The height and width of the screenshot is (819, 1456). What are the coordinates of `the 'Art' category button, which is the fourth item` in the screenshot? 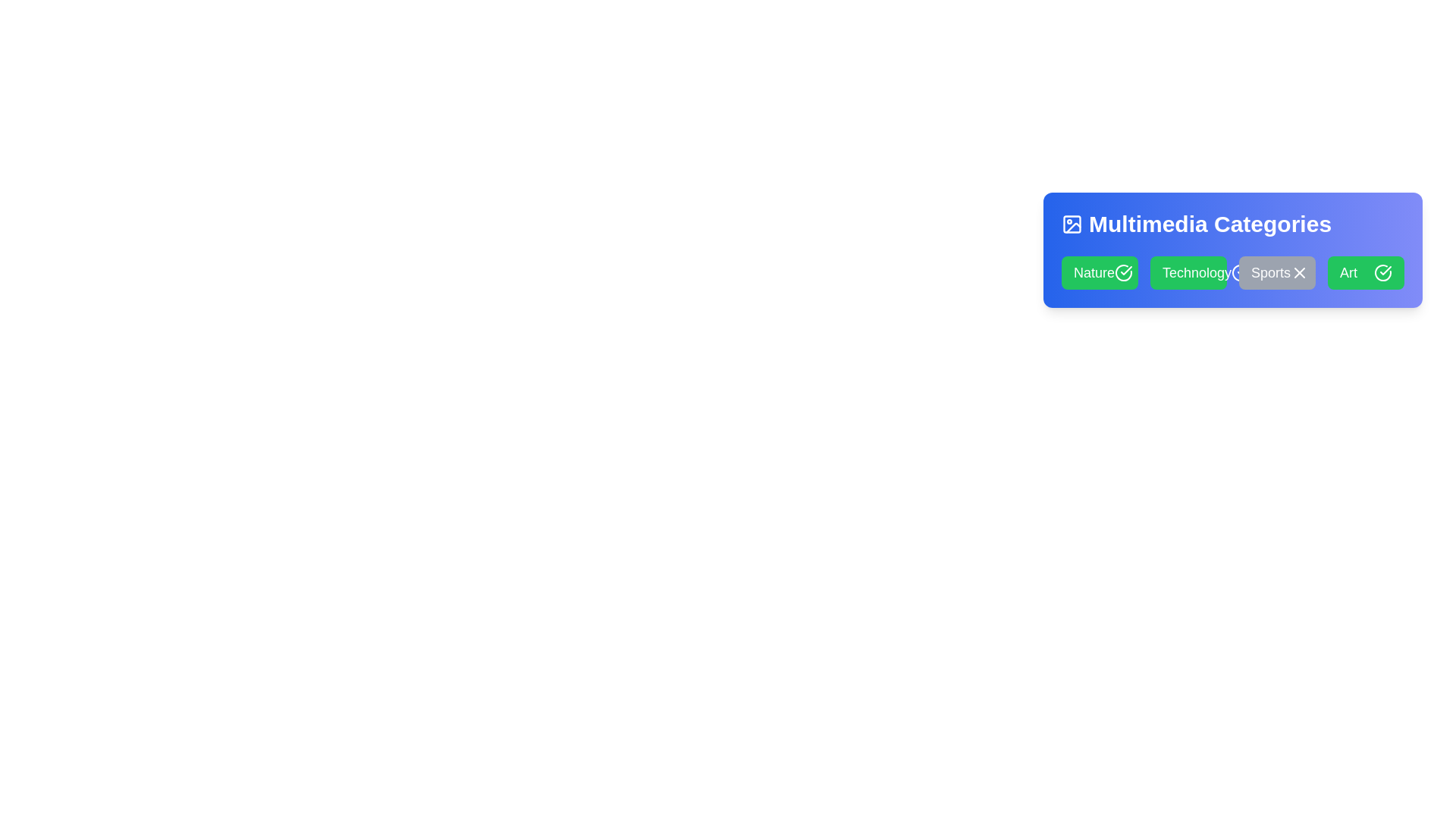 It's located at (1366, 271).